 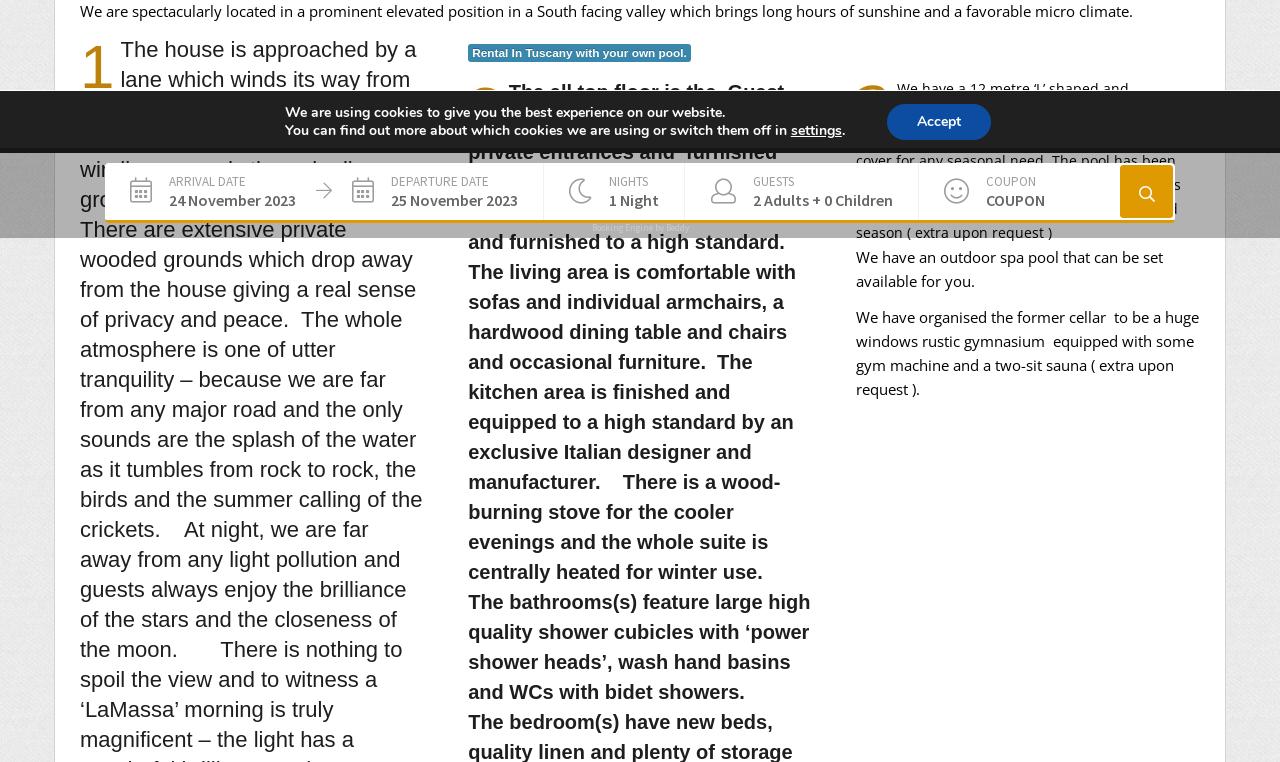 I want to click on 'We have an outdoor spa pool that can be set available for you.', so click(x=1009, y=266).